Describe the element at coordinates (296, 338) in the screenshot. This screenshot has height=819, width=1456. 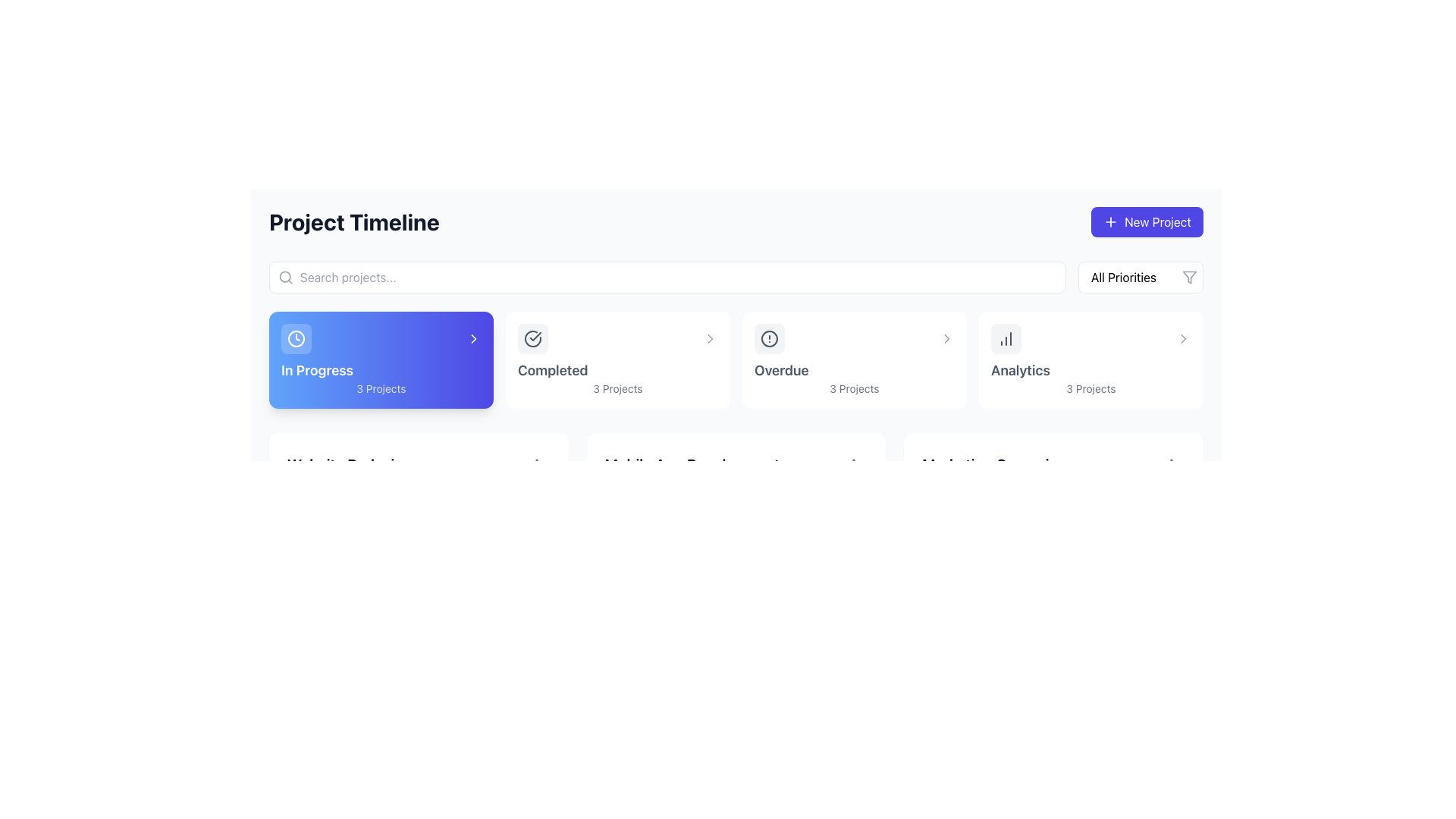
I see `the entire clock icon represented by the outer circular outline in the first card under the 'In Progress' section` at that location.